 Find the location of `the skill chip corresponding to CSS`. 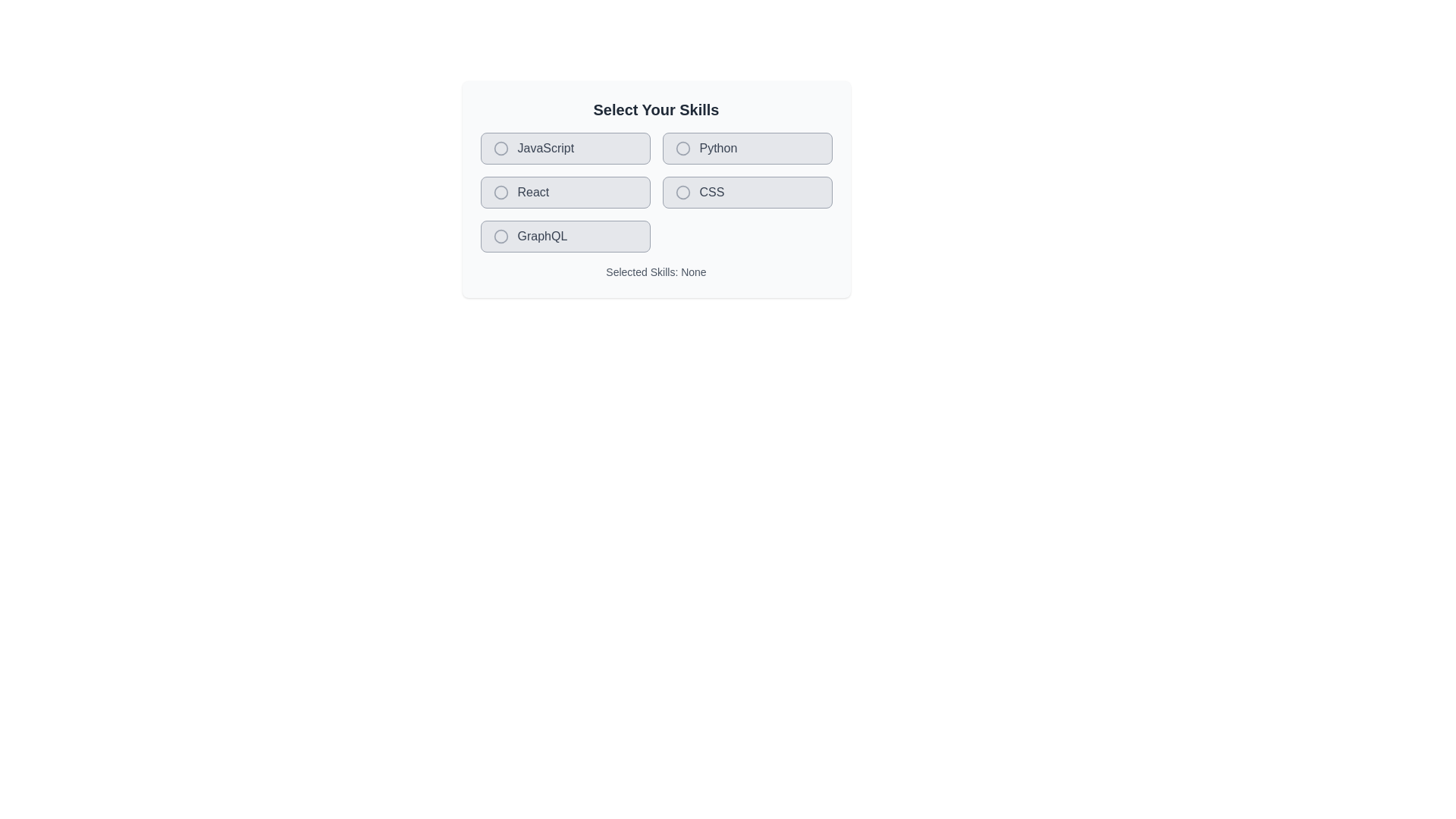

the skill chip corresponding to CSS is located at coordinates (747, 192).